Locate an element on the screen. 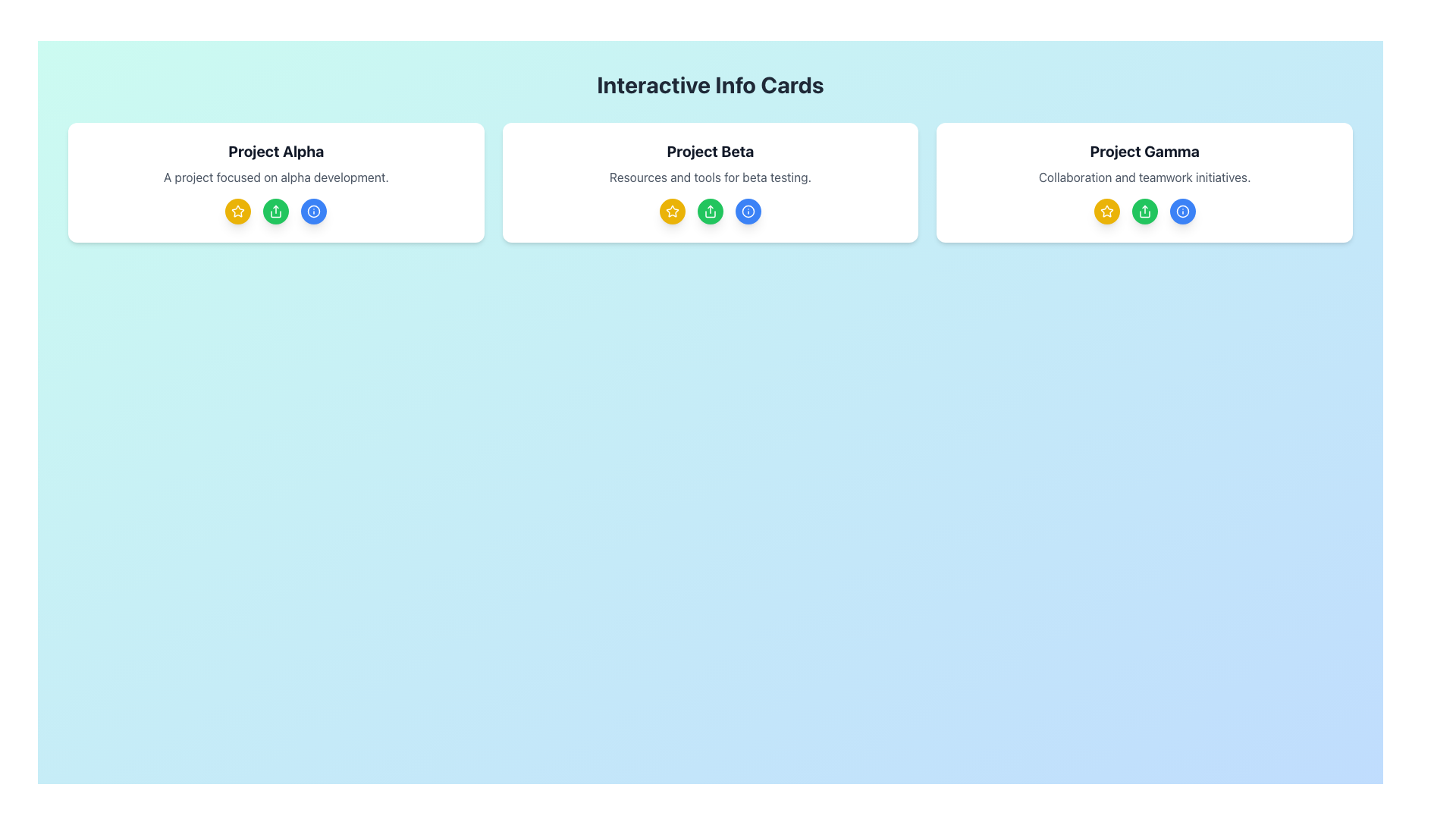 This screenshot has height=819, width=1456. the star-shaped icon button with a yellow fill and white border located under the title 'Project Alpha' to potentially see a tooltip is located at coordinates (237, 211).